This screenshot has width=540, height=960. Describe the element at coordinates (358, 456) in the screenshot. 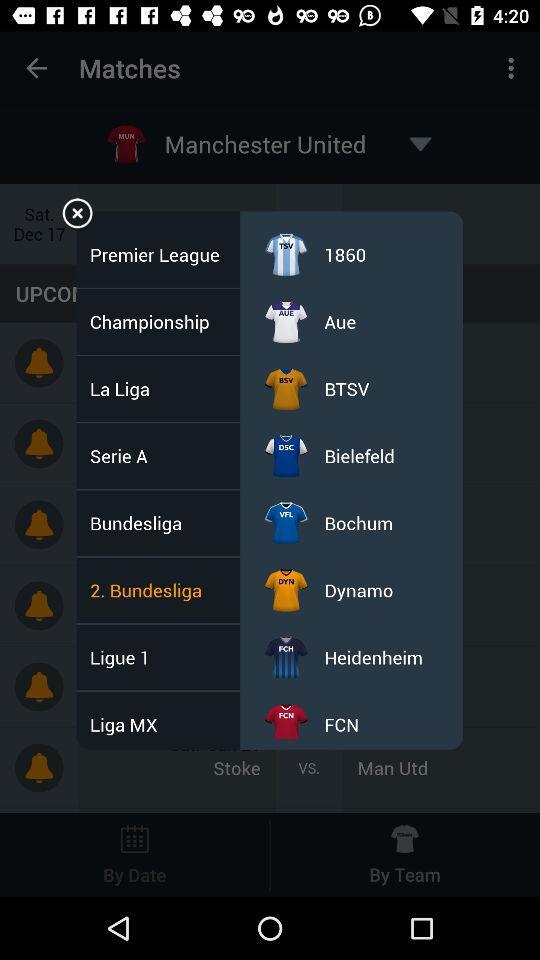

I see `the bielefeld` at that location.